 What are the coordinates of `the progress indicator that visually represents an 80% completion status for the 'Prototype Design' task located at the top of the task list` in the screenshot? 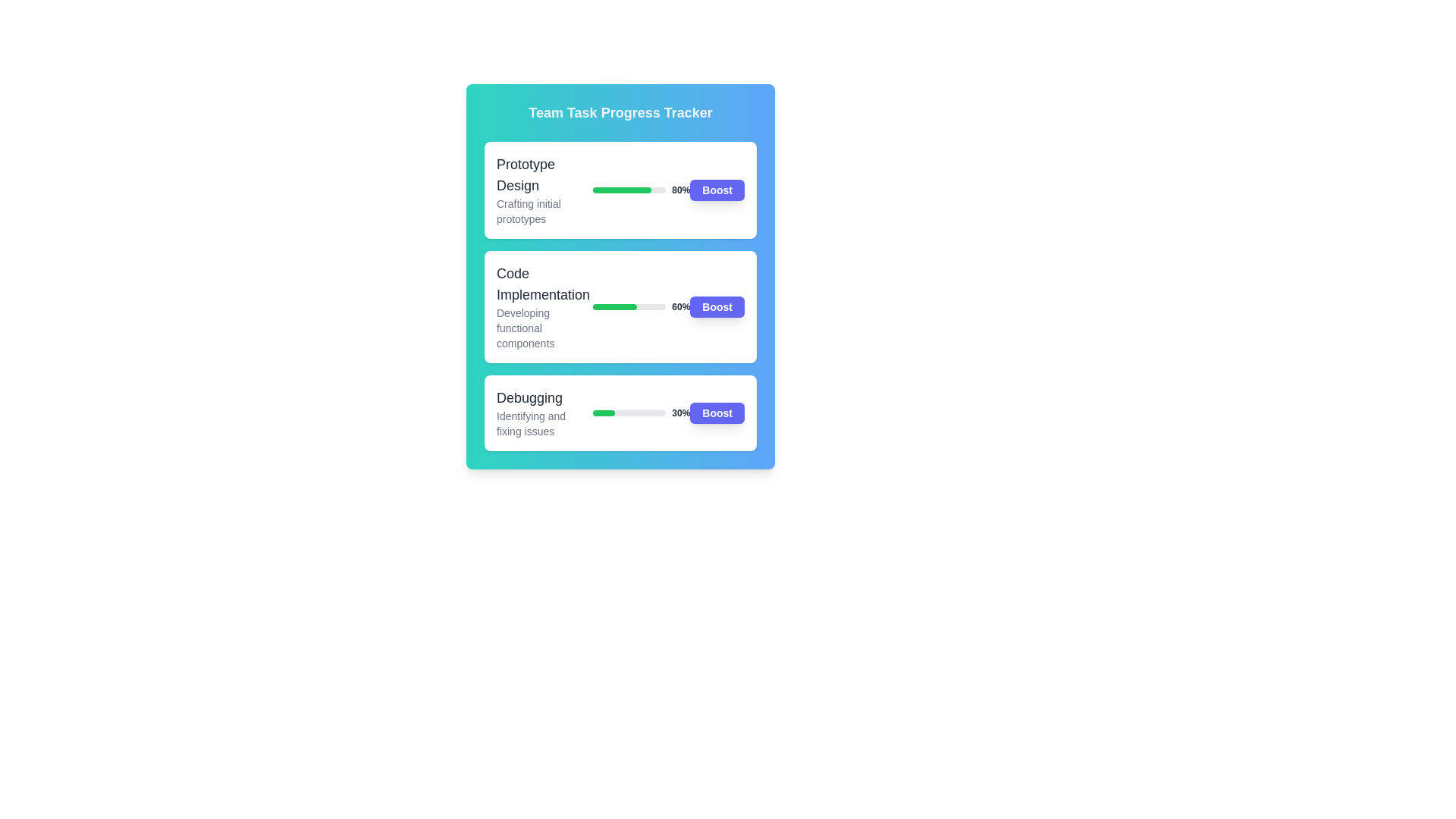 It's located at (622, 189).